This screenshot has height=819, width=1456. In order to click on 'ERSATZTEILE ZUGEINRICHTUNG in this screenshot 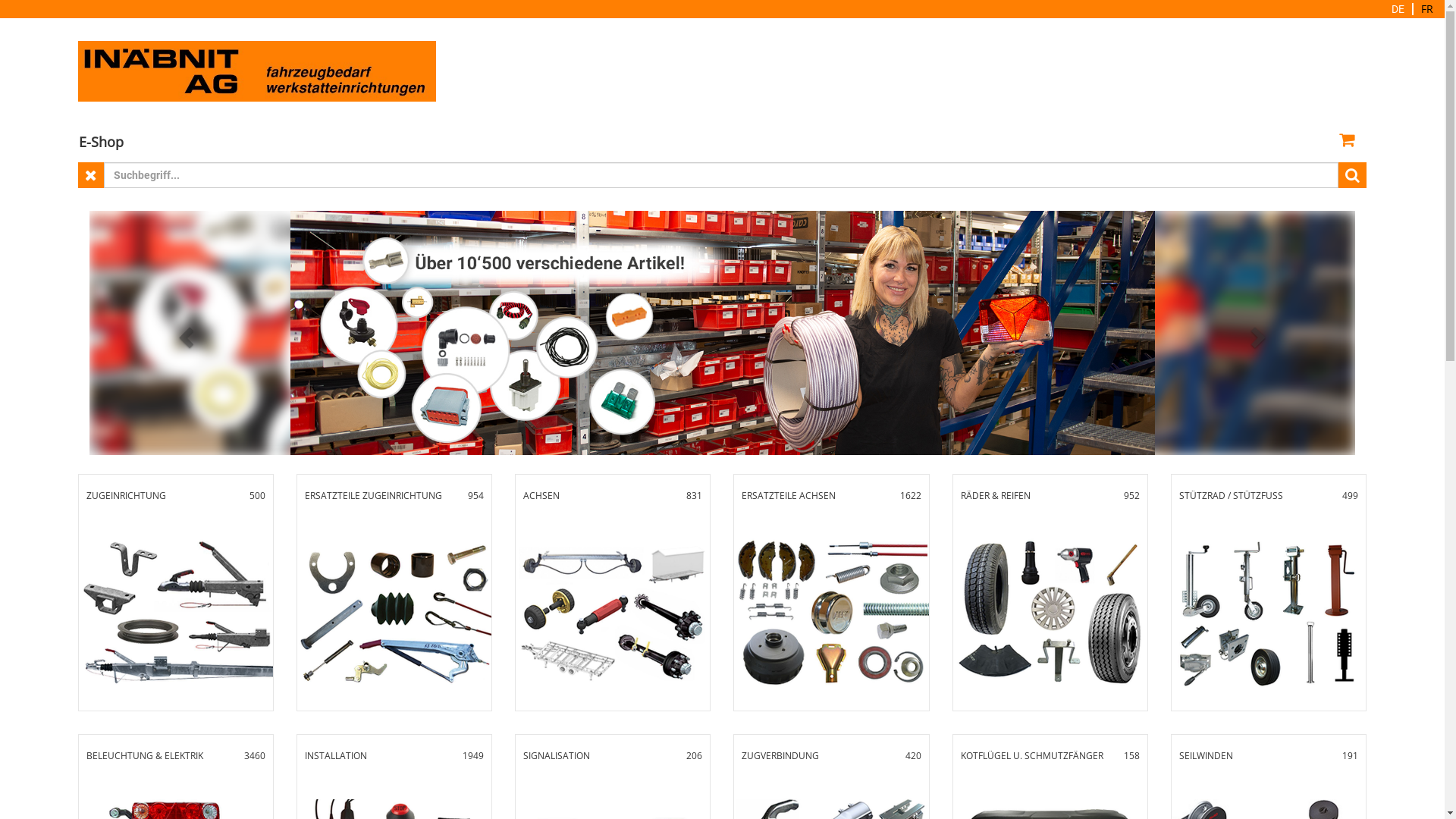, I will do `click(297, 591)`.